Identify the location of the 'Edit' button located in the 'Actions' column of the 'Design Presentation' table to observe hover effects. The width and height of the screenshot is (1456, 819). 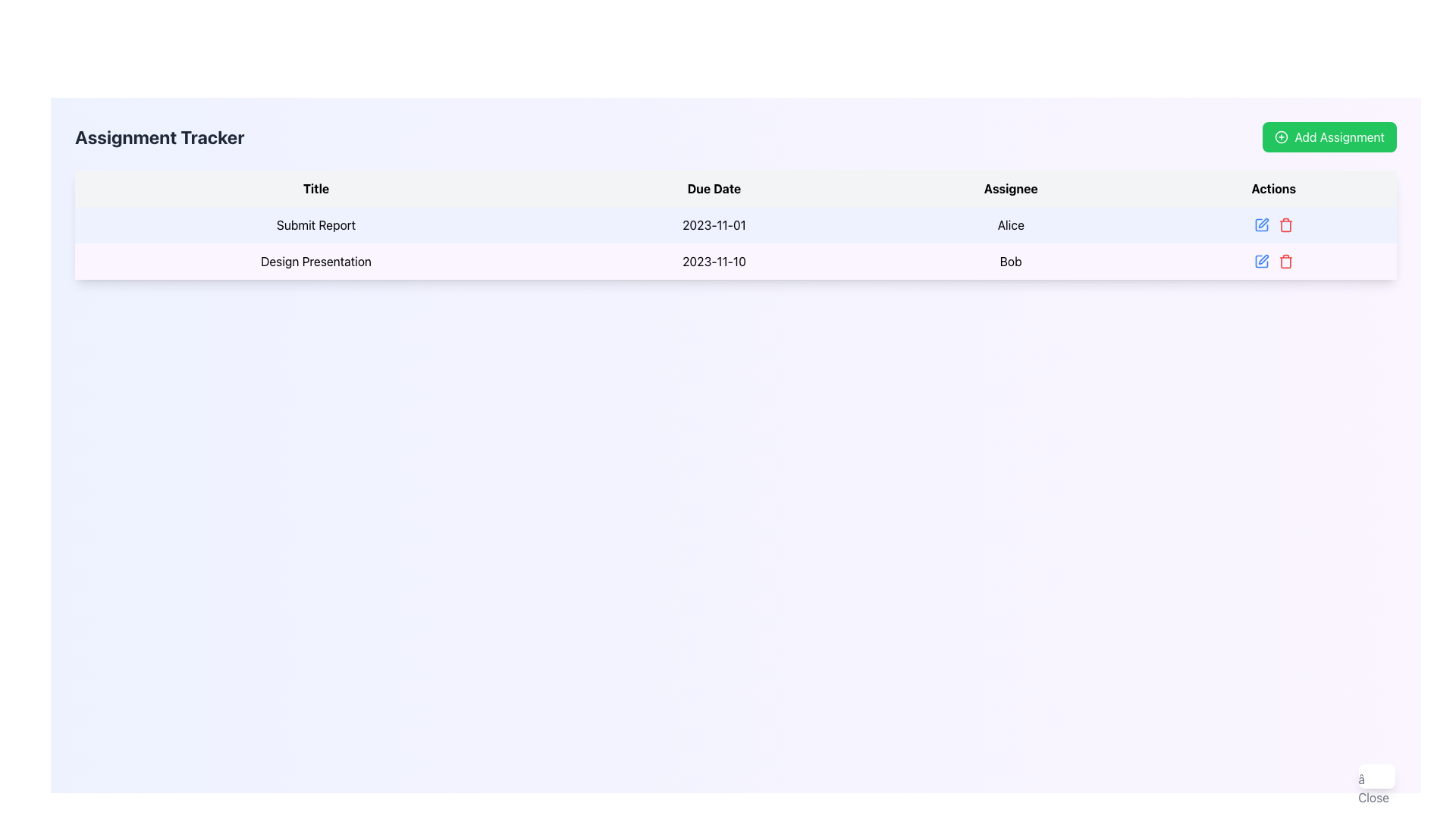
(1261, 260).